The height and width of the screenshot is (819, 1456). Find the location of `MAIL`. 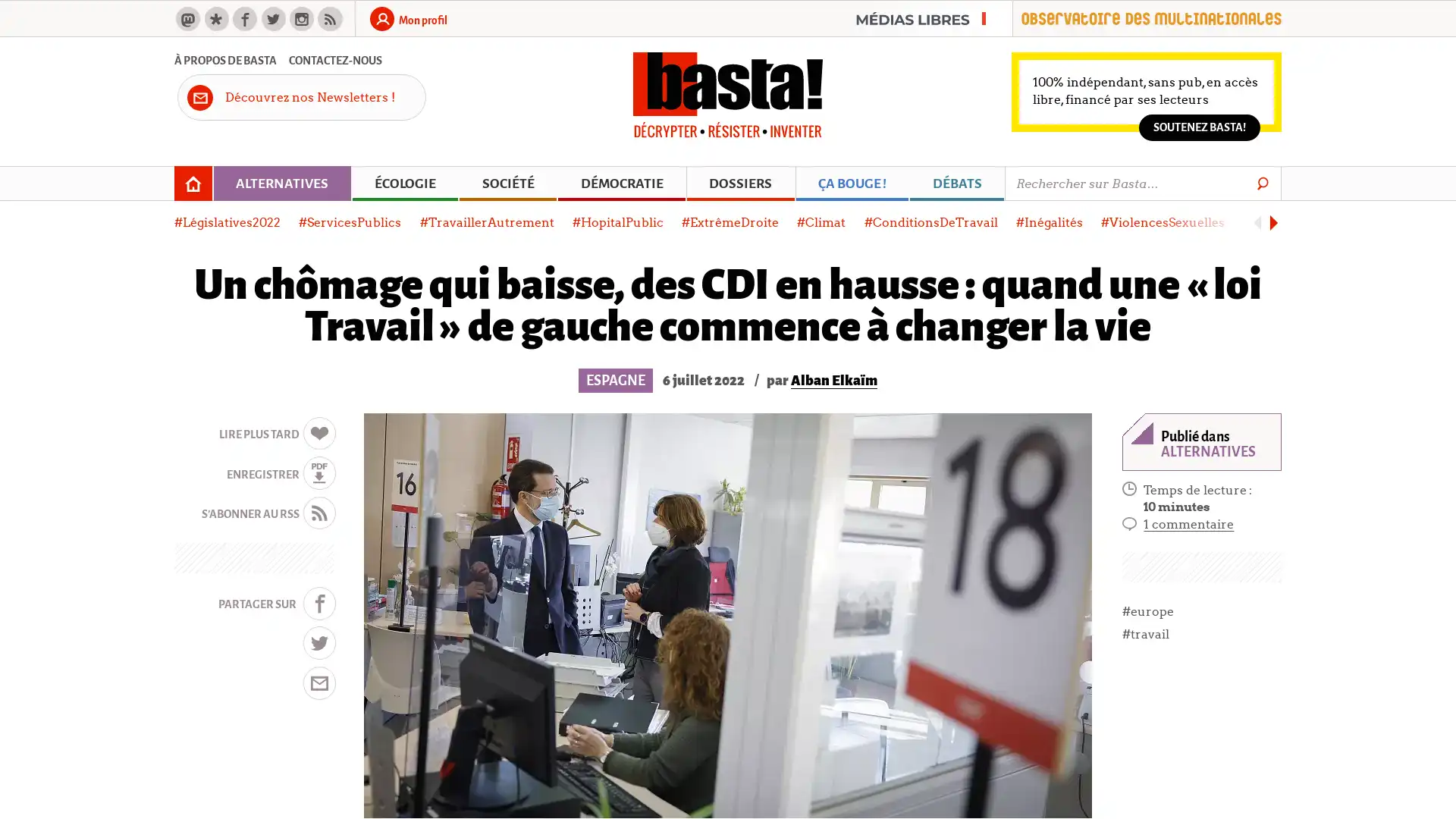

MAIL is located at coordinates (318, 682).